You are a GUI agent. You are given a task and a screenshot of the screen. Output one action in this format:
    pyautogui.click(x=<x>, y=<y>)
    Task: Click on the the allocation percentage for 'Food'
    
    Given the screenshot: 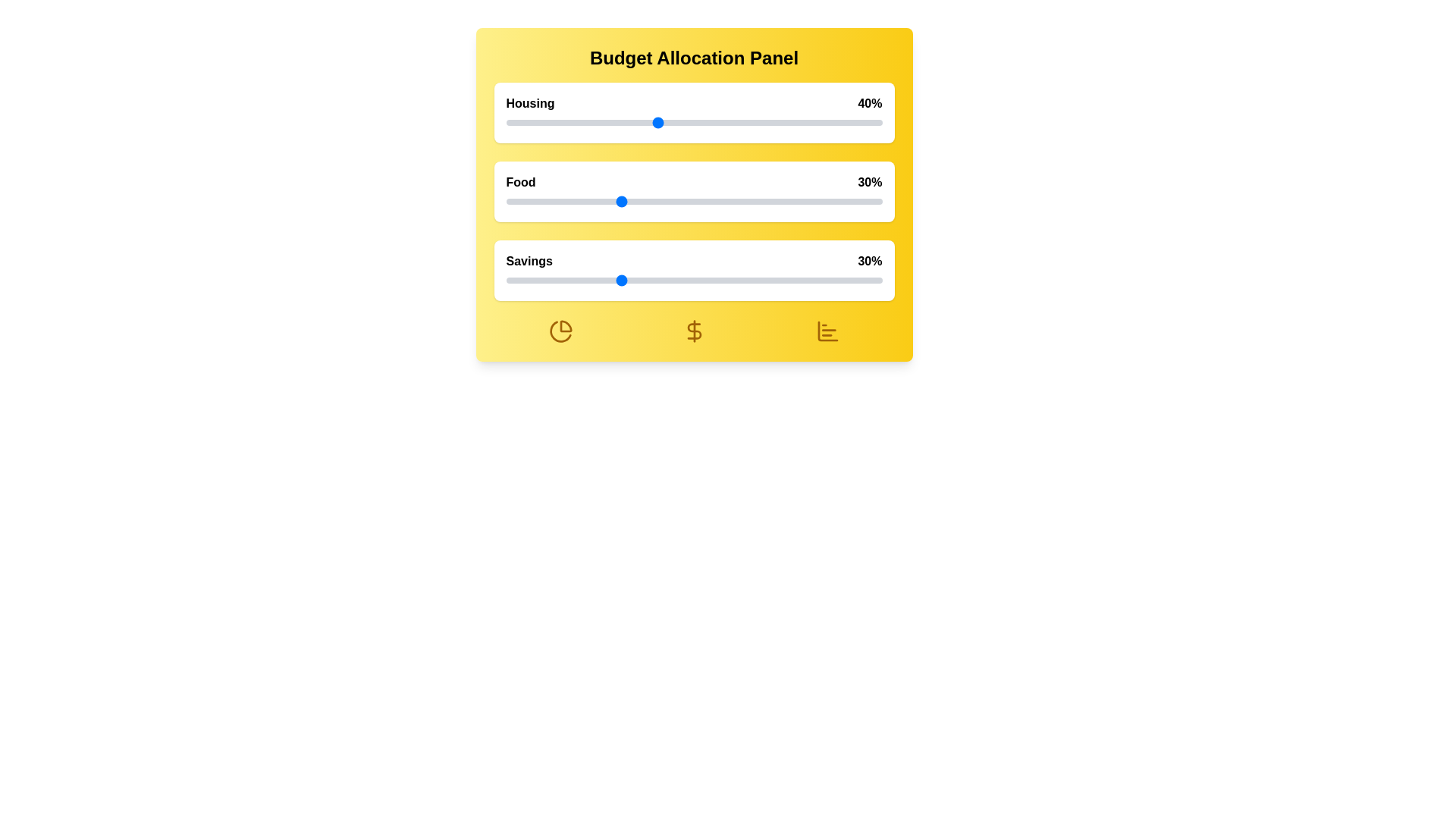 What is the action you would take?
    pyautogui.click(x=769, y=201)
    